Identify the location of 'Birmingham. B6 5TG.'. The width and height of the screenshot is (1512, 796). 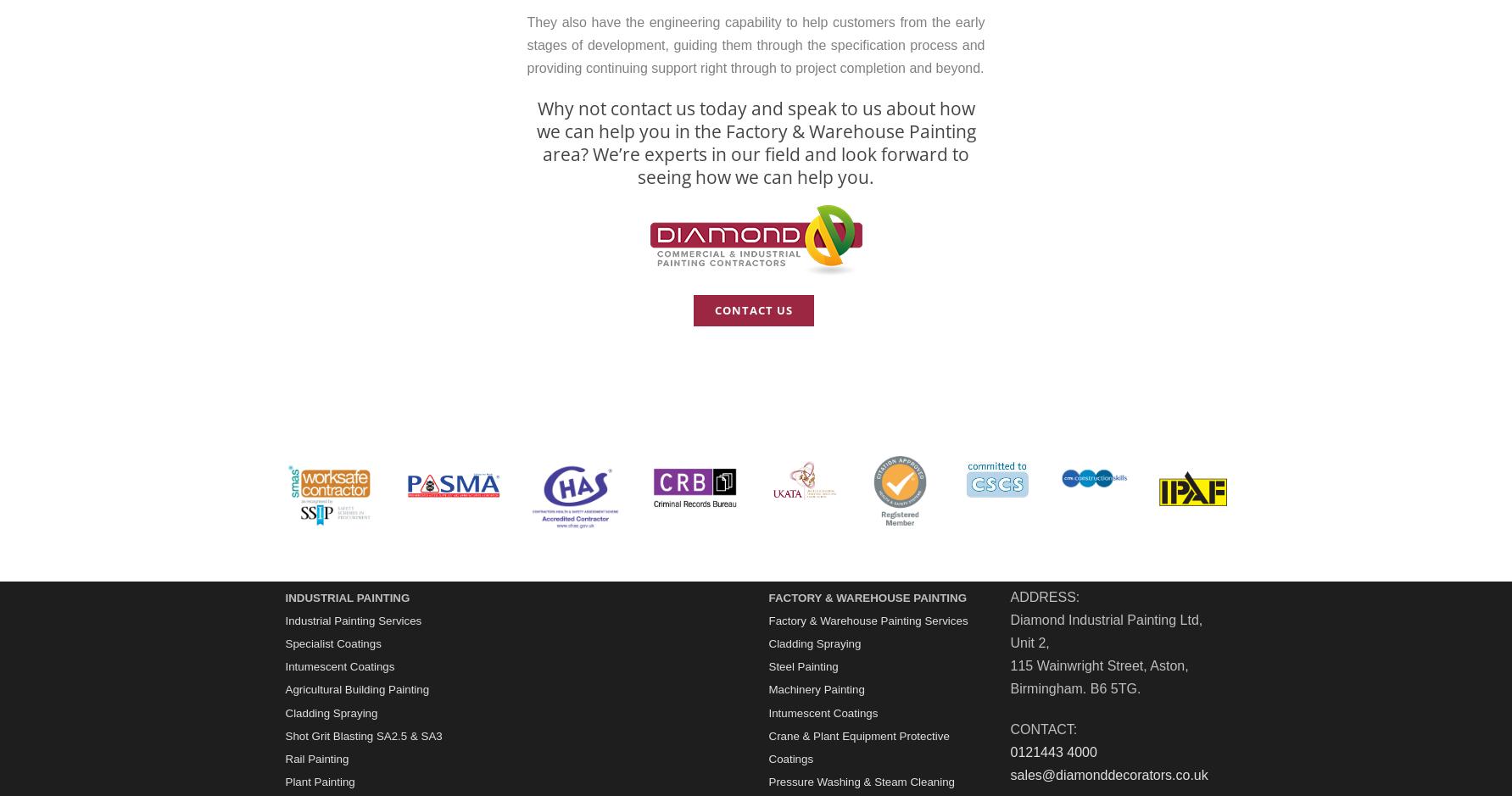
(1075, 688).